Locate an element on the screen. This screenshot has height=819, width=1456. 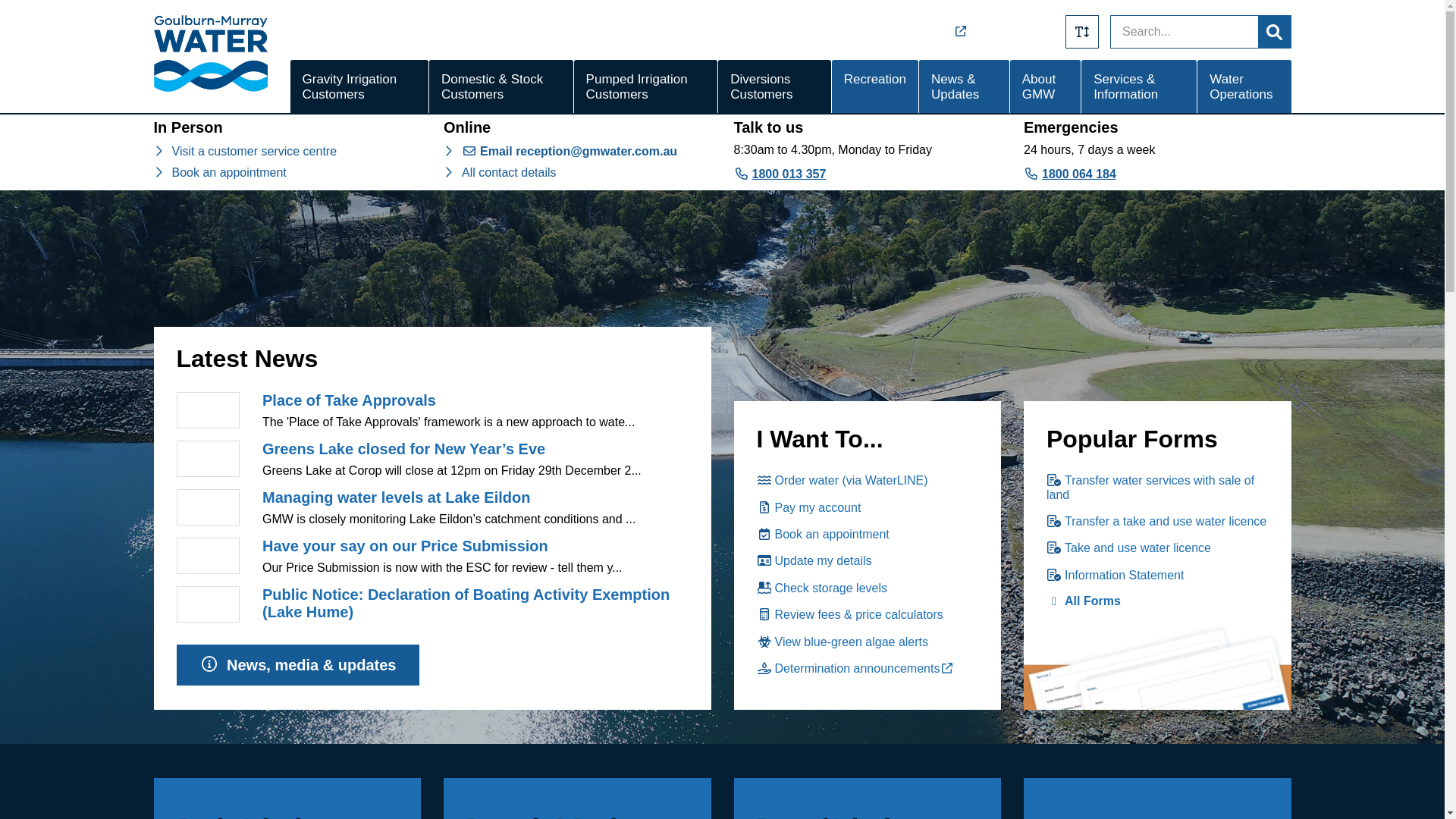
'Email reception@gmwater.com.au' is located at coordinates (461, 151).